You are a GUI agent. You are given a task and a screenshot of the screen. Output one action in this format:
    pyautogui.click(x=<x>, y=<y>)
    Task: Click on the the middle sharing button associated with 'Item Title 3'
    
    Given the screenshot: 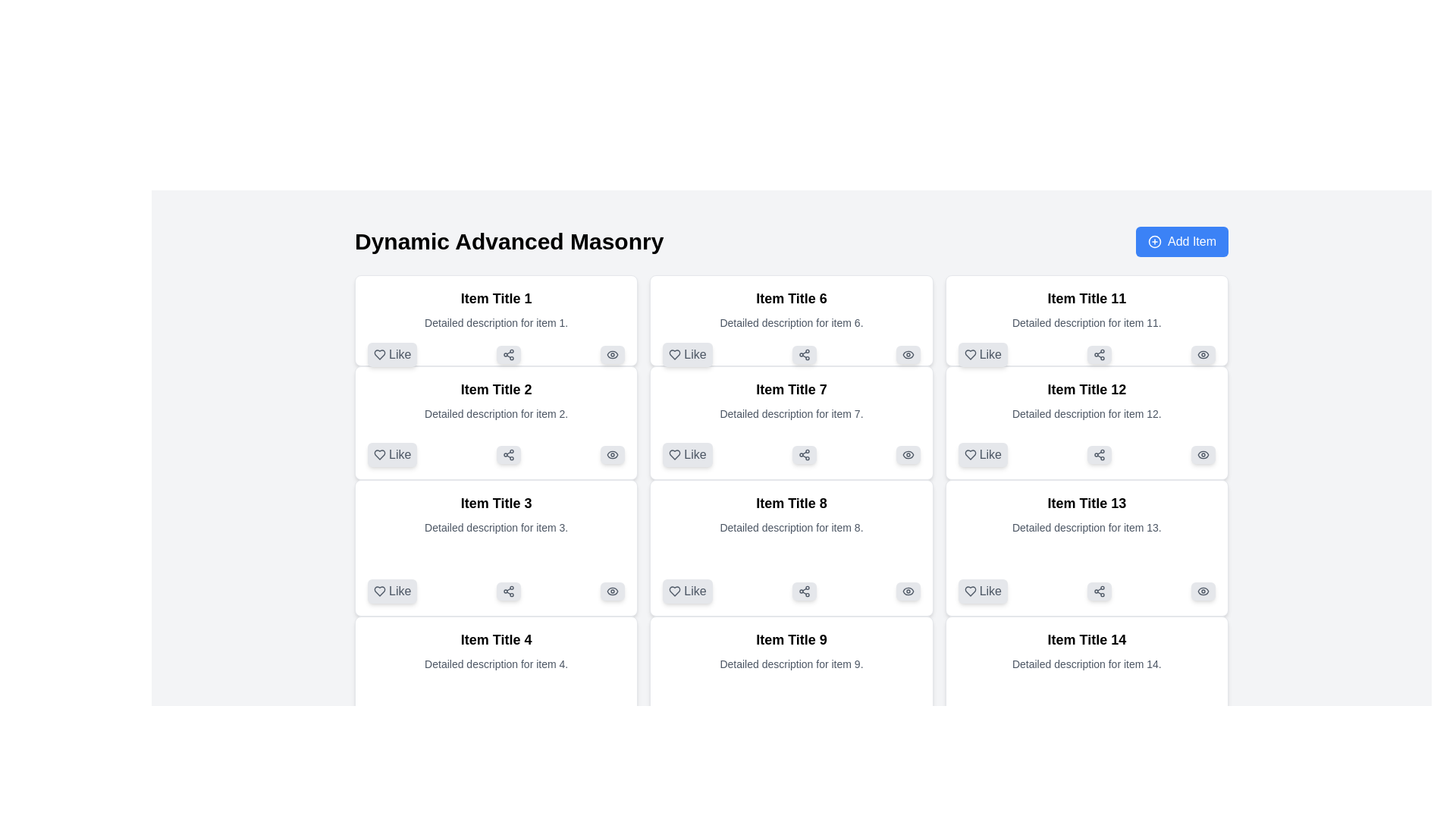 What is the action you would take?
    pyautogui.click(x=496, y=590)
    